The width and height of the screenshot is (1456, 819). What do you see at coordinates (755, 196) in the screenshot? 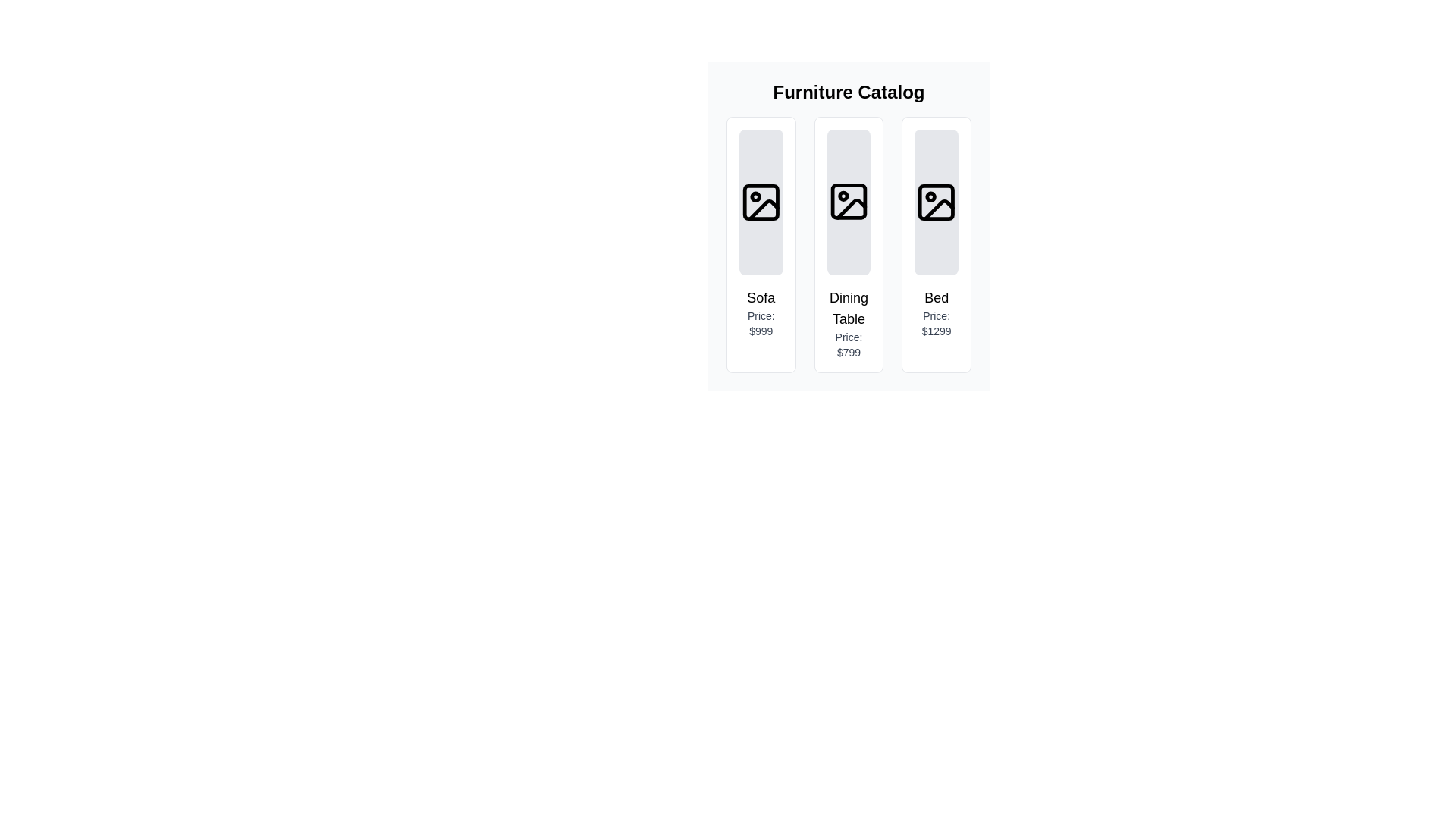
I see `the decorative SVG circle element located in the first column of the product catalog grid at the top-left section of the SVG image placeholder` at bounding box center [755, 196].